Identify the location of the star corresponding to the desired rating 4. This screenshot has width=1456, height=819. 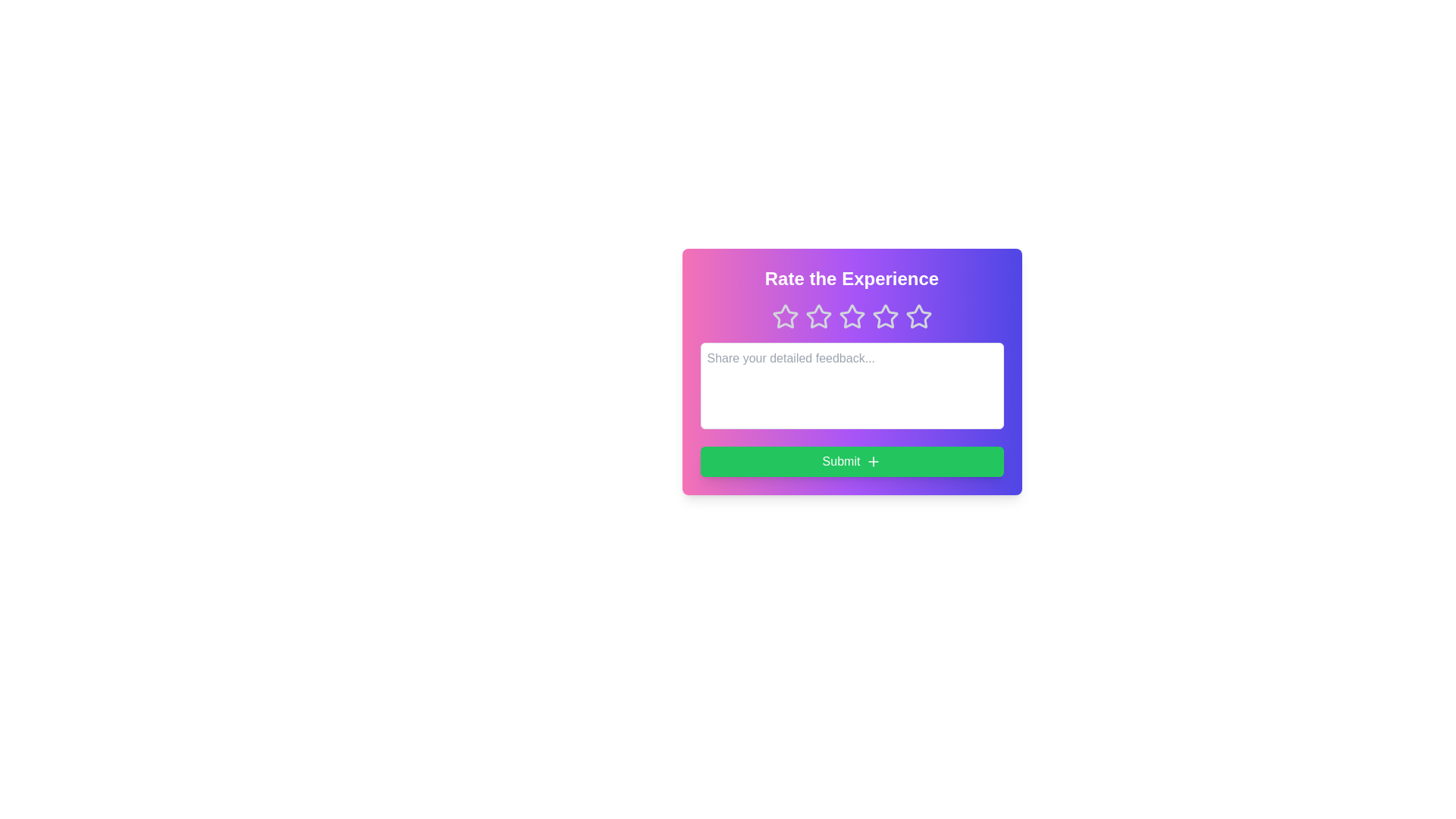
(885, 315).